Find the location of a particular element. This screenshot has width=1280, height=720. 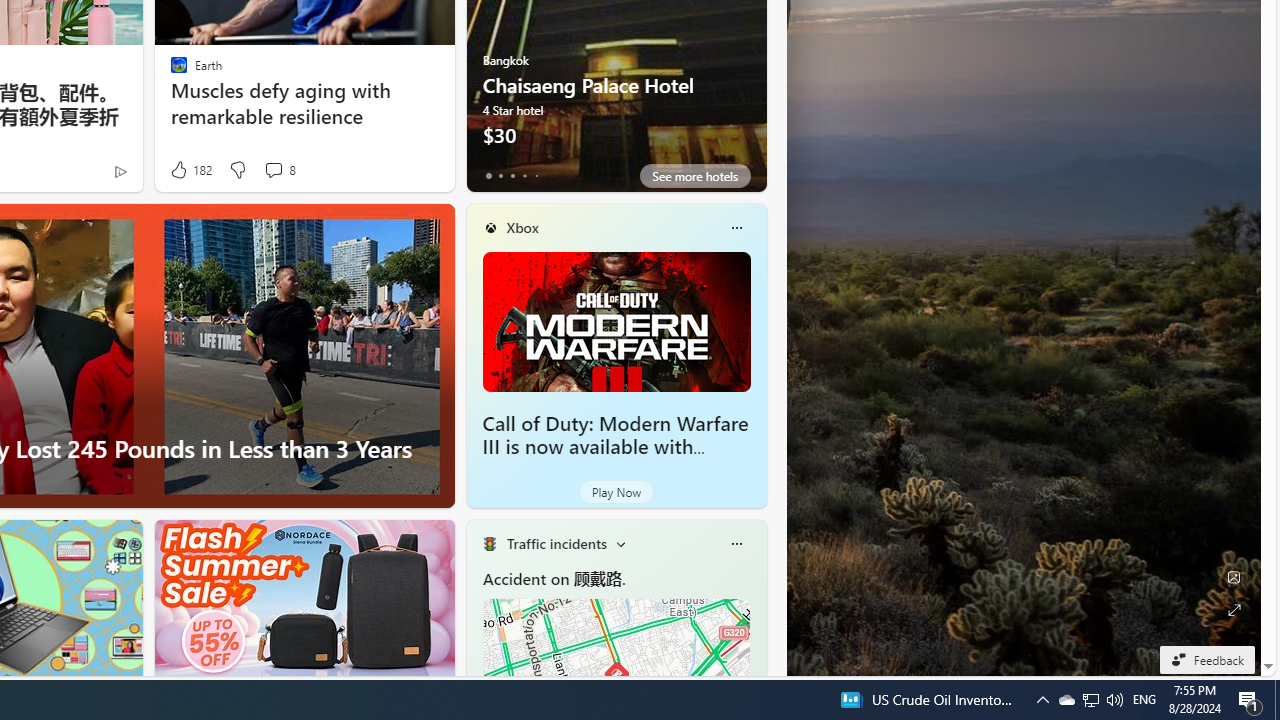

'More options' is located at coordinates (735, 543).